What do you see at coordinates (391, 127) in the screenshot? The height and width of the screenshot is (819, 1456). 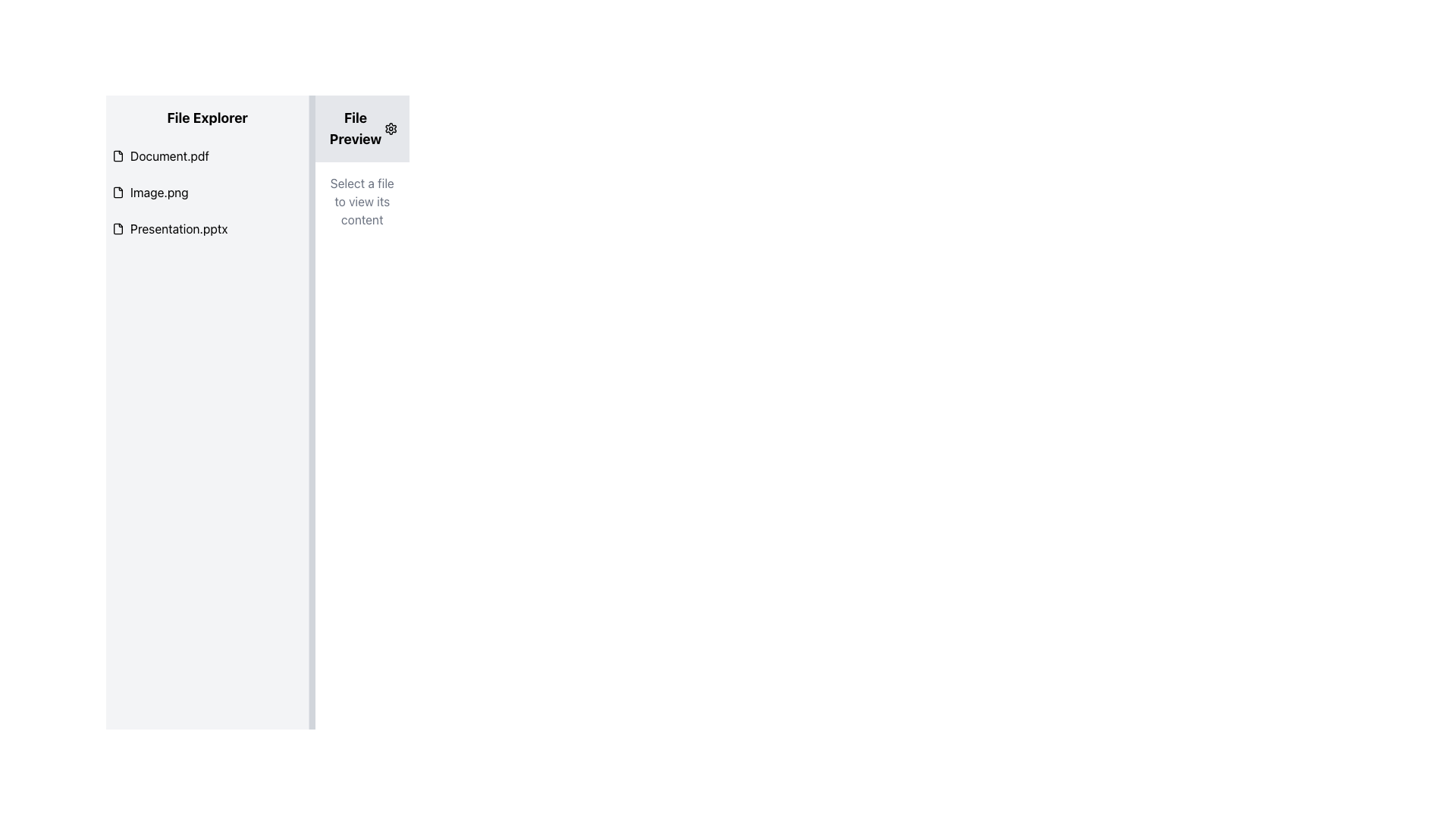 I see `the settings icon located in the top-right corner of the 'File Preview' section` at bounding box center [391, 127].